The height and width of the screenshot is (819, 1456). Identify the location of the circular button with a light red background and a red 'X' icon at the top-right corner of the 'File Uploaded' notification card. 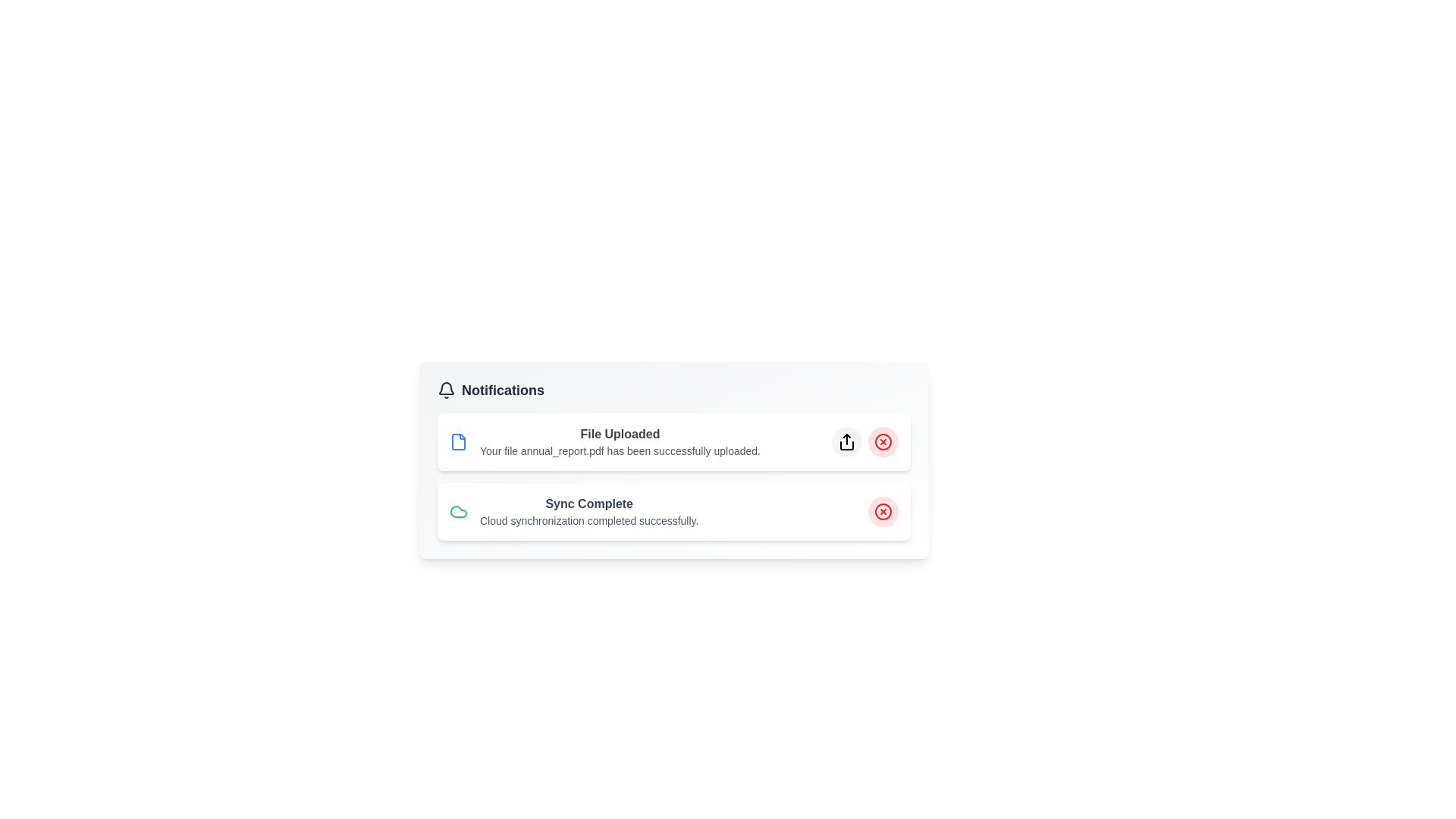
(883, 441).